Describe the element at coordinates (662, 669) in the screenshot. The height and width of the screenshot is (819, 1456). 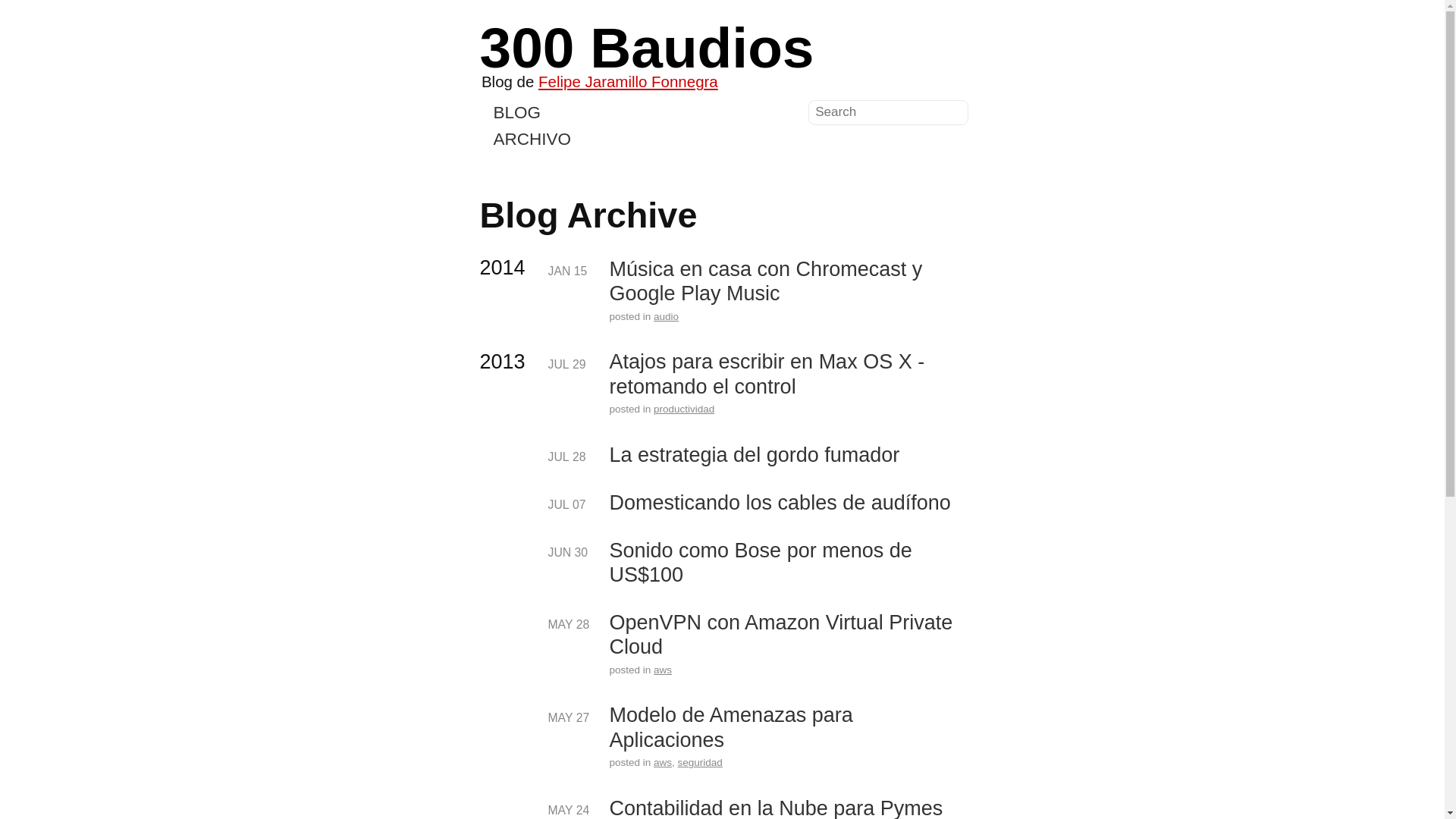
I see `'aws'` at that location.